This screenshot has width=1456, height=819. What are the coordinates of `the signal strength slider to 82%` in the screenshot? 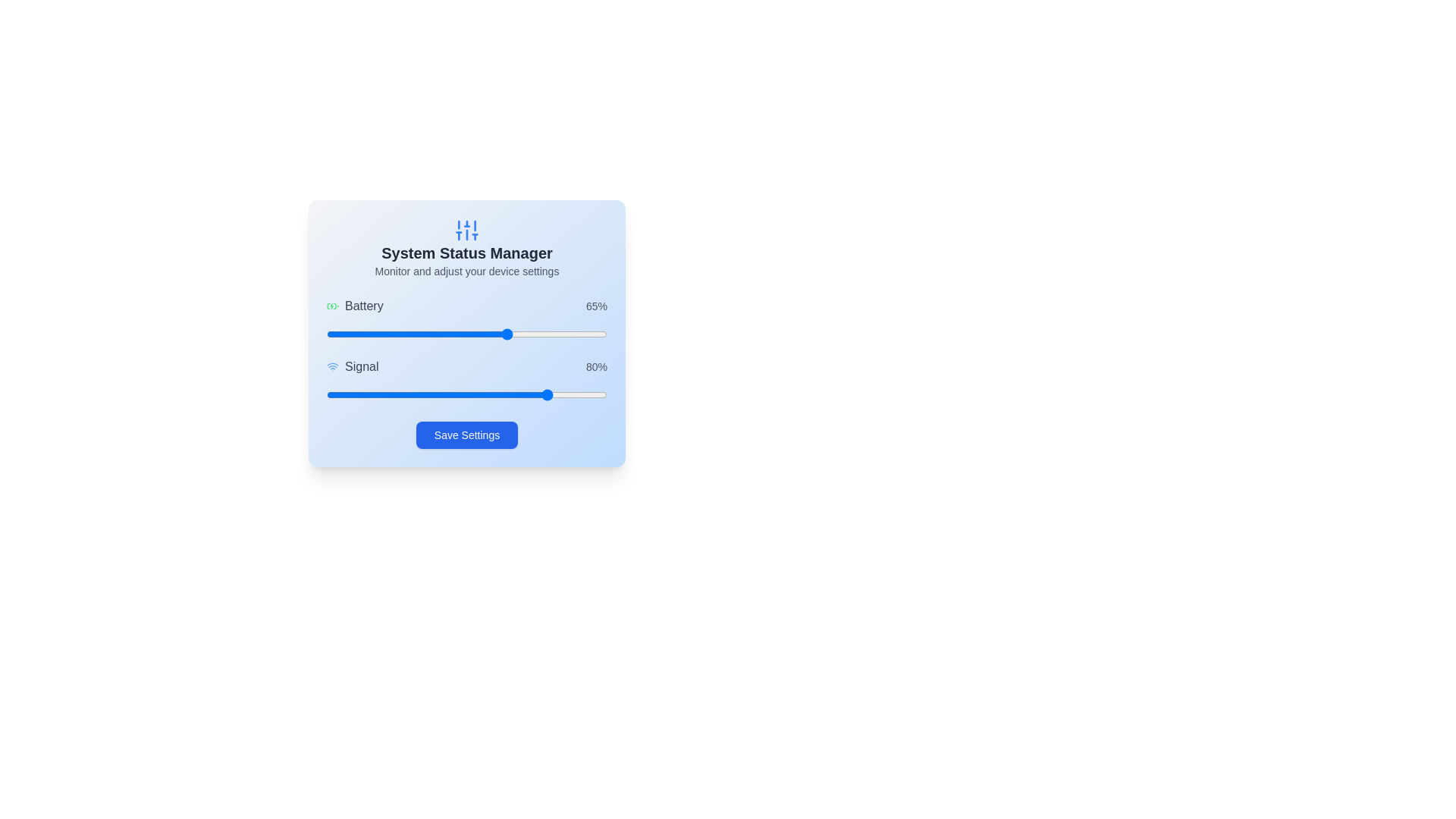 It's located at (556, 394).